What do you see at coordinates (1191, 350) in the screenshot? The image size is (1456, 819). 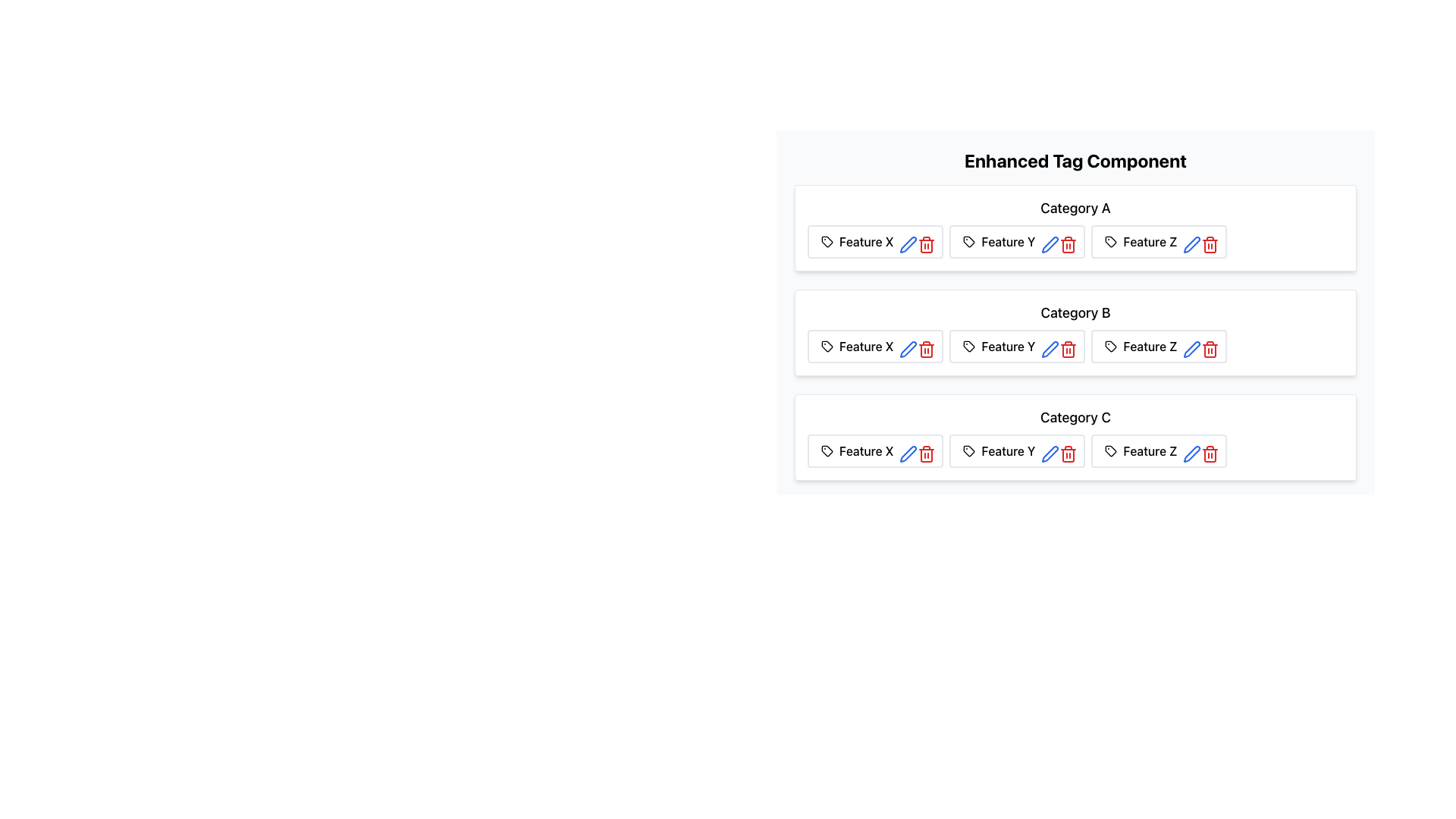 I see `the edit button represented by a blue pen icon, located to the right of the 'Feature Z' label in 'Category B', to initiate editing` at bounding box center [1191, 350].